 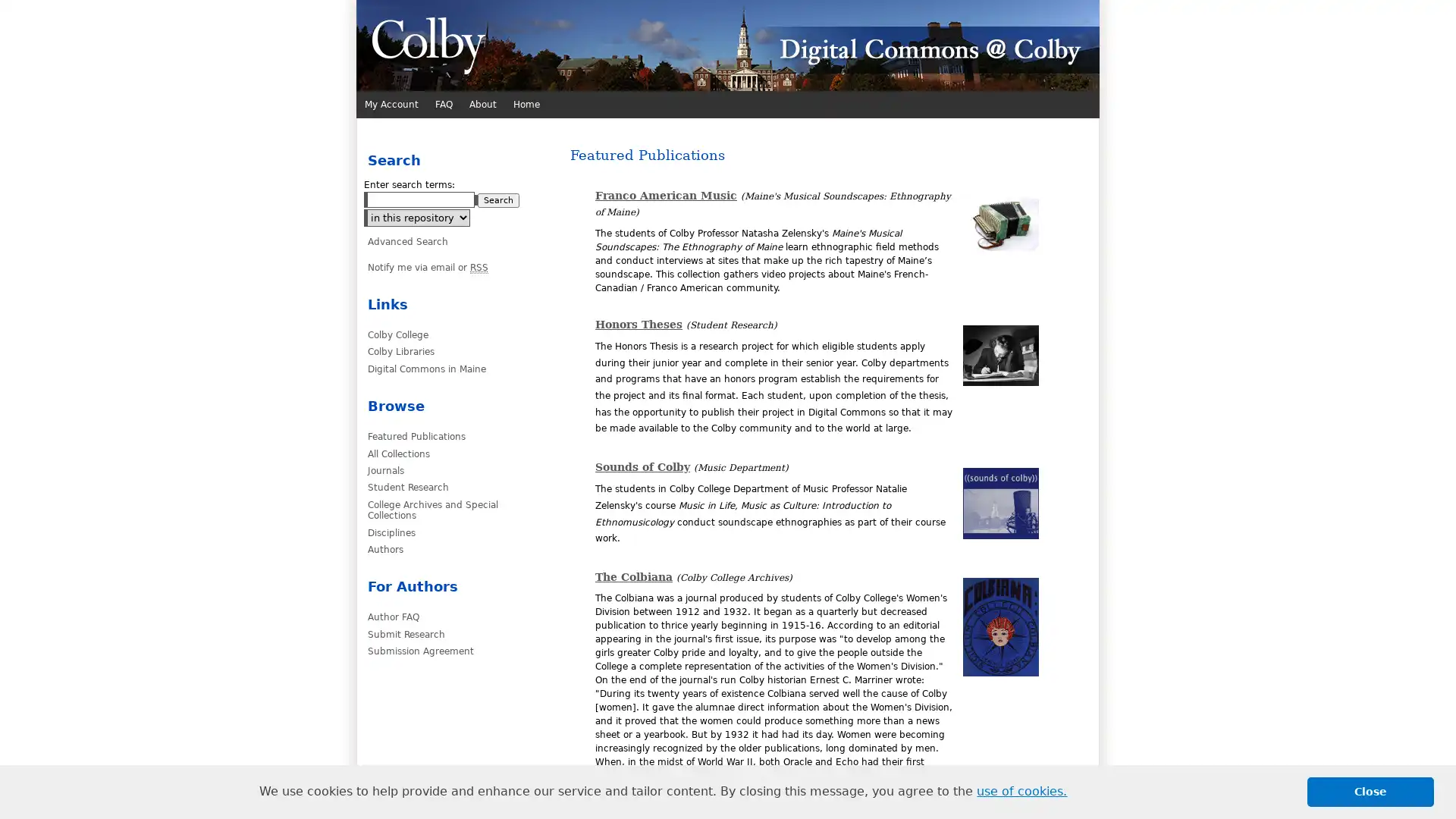 I want to click on Search, so click(x=498, y=199).